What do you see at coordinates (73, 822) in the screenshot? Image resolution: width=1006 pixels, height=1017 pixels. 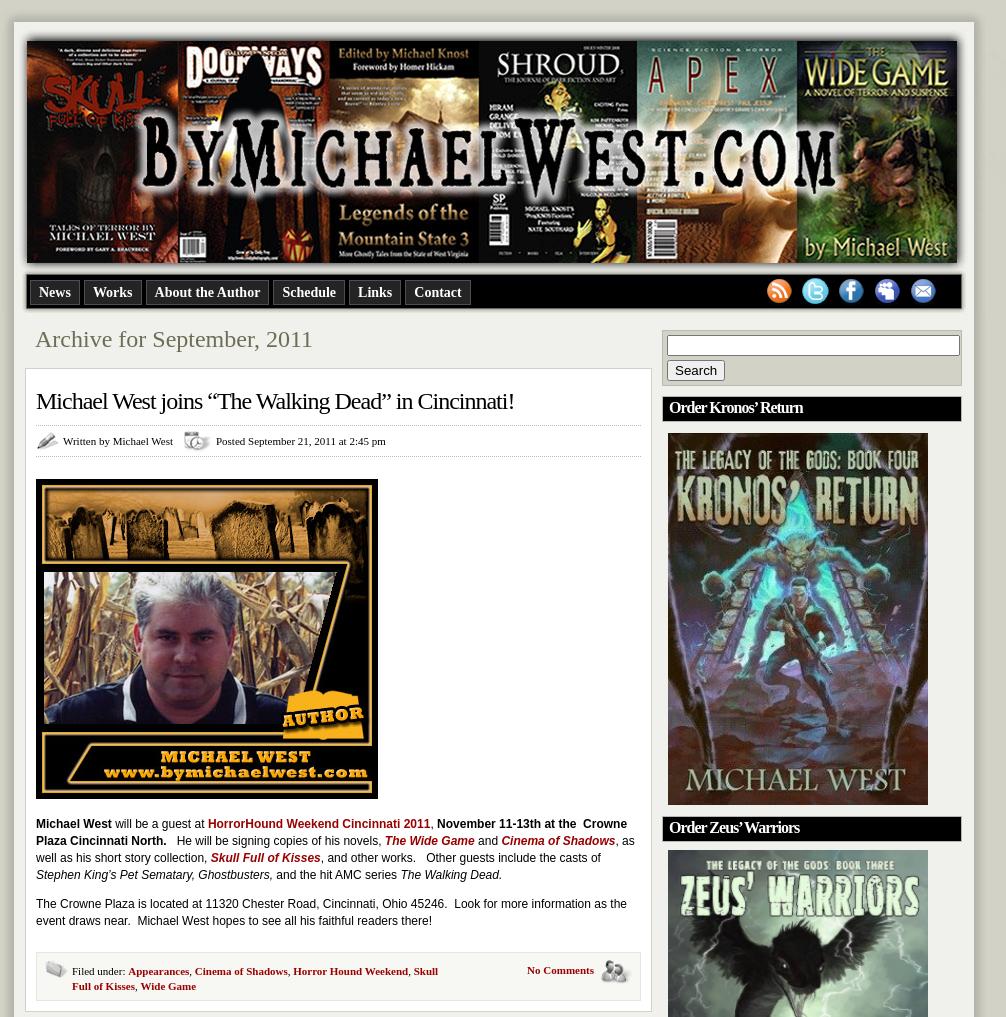 I see `'Michael West'` at bounding box center [73, 822].